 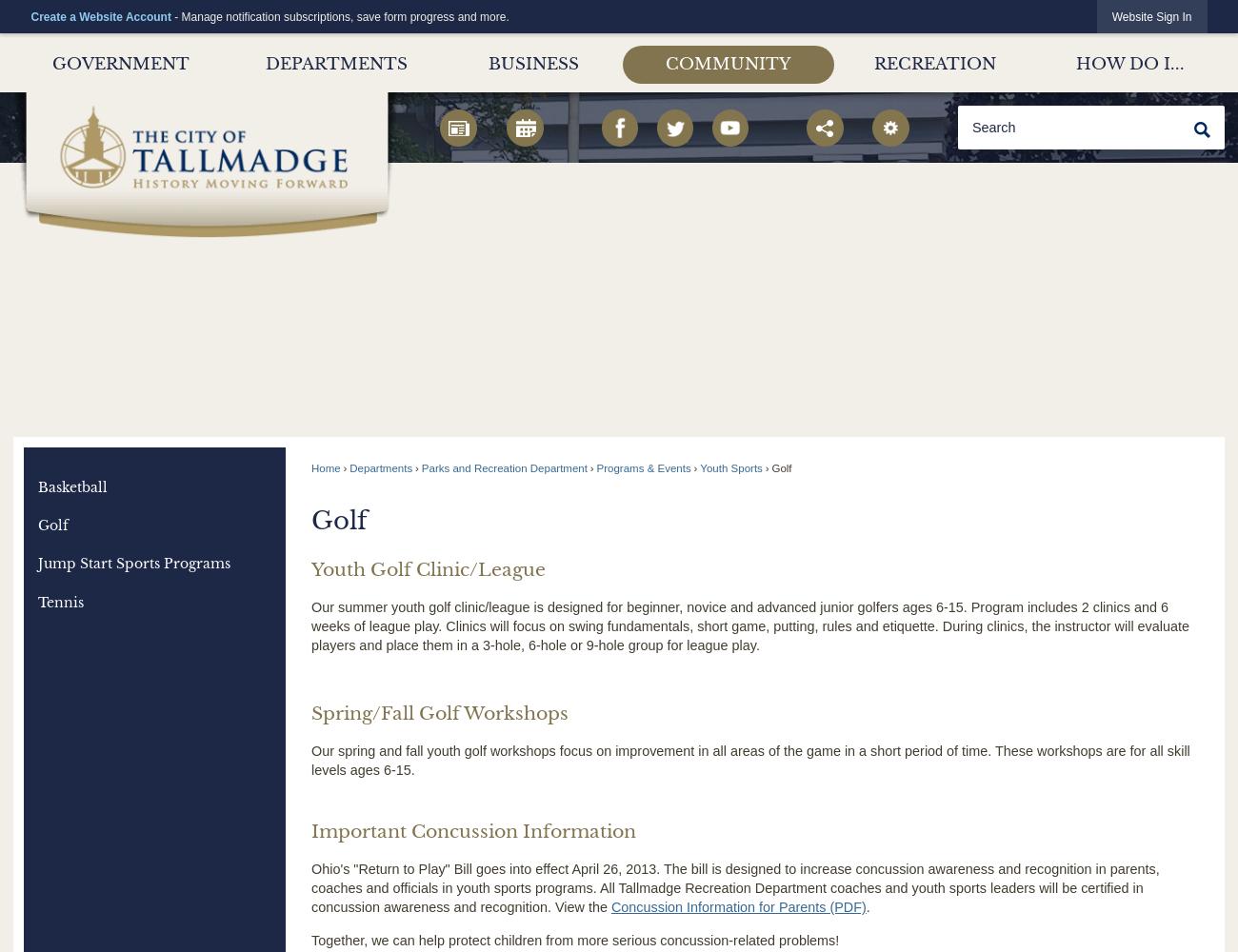 What do you see at coordinates (345, 17) in the screenshot?
I see `'- Manage notification subscriptions, save form progress and more.'` at bounding box center [345, 17].